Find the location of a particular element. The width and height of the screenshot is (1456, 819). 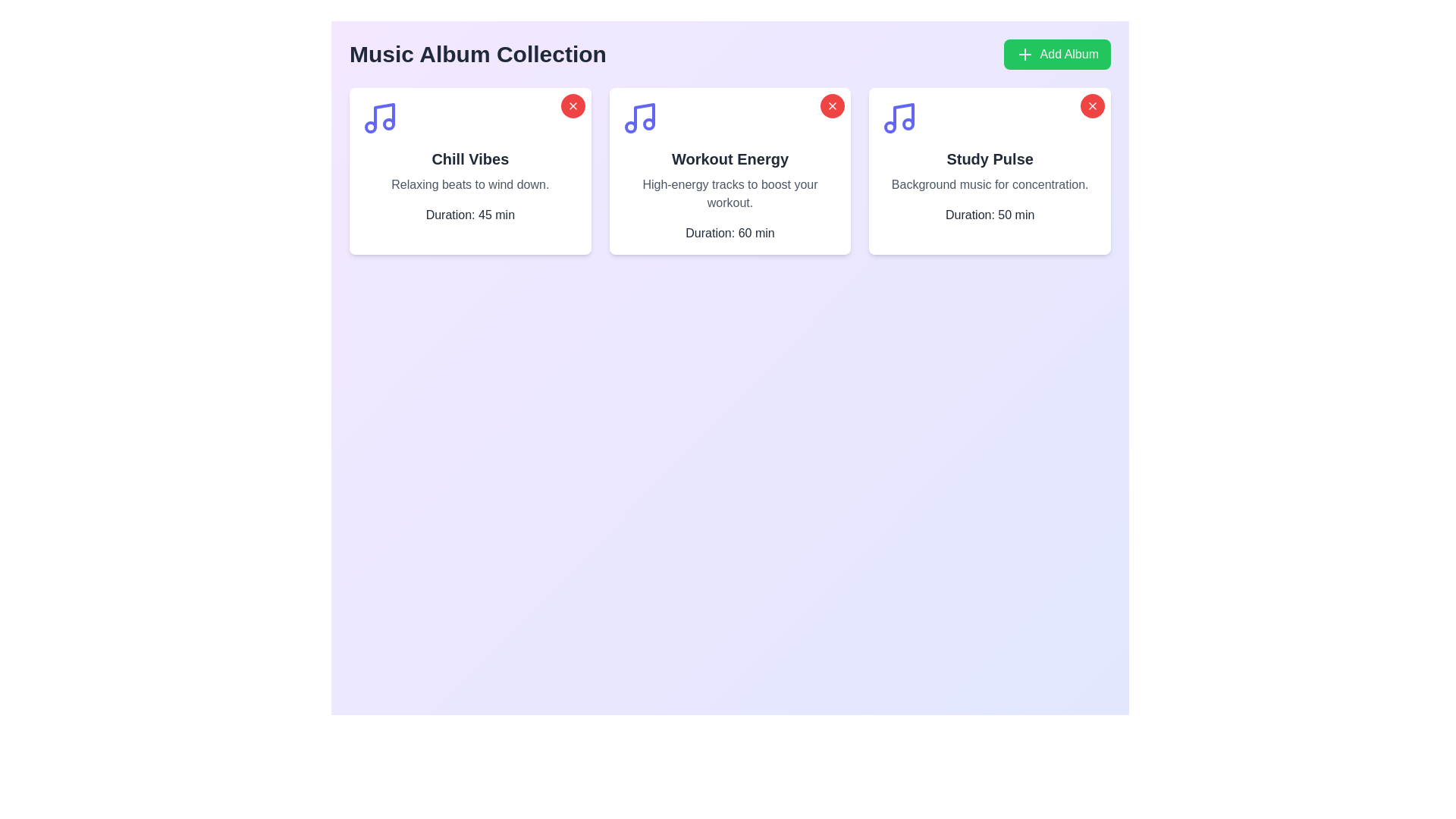

the Close button icon in the top-right corner of the 'Study Pulse' card to potentially reveal additional information is located at coordinates (832, 105).